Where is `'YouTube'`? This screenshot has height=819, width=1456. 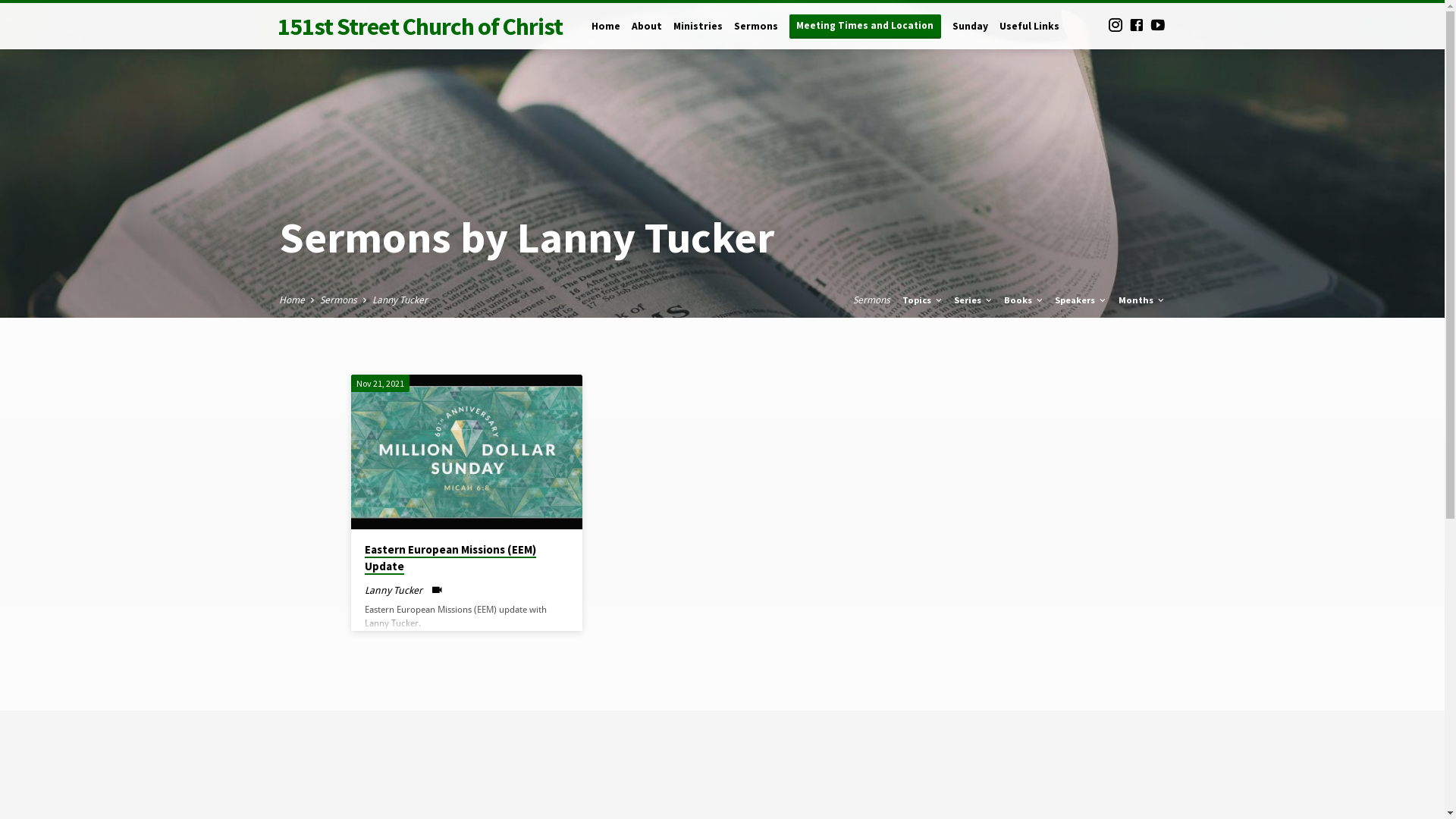
'YouTube' is located at coordinates (1156, 25).